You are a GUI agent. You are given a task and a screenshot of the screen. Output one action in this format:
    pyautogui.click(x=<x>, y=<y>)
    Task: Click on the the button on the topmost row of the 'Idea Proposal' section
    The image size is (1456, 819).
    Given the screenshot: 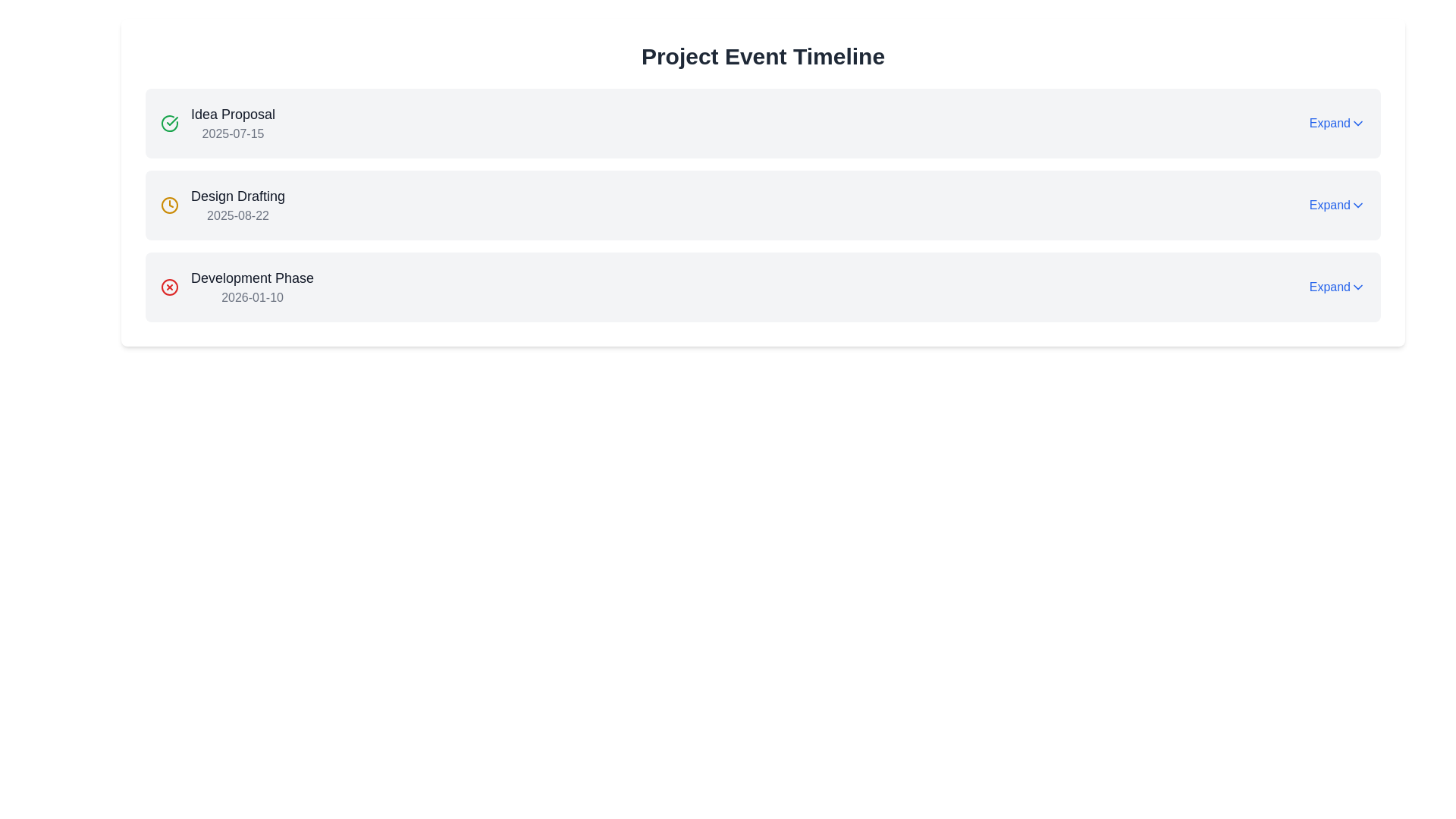 What is the action you would take?
    pyautogui.click(x=1337, y=122)
    